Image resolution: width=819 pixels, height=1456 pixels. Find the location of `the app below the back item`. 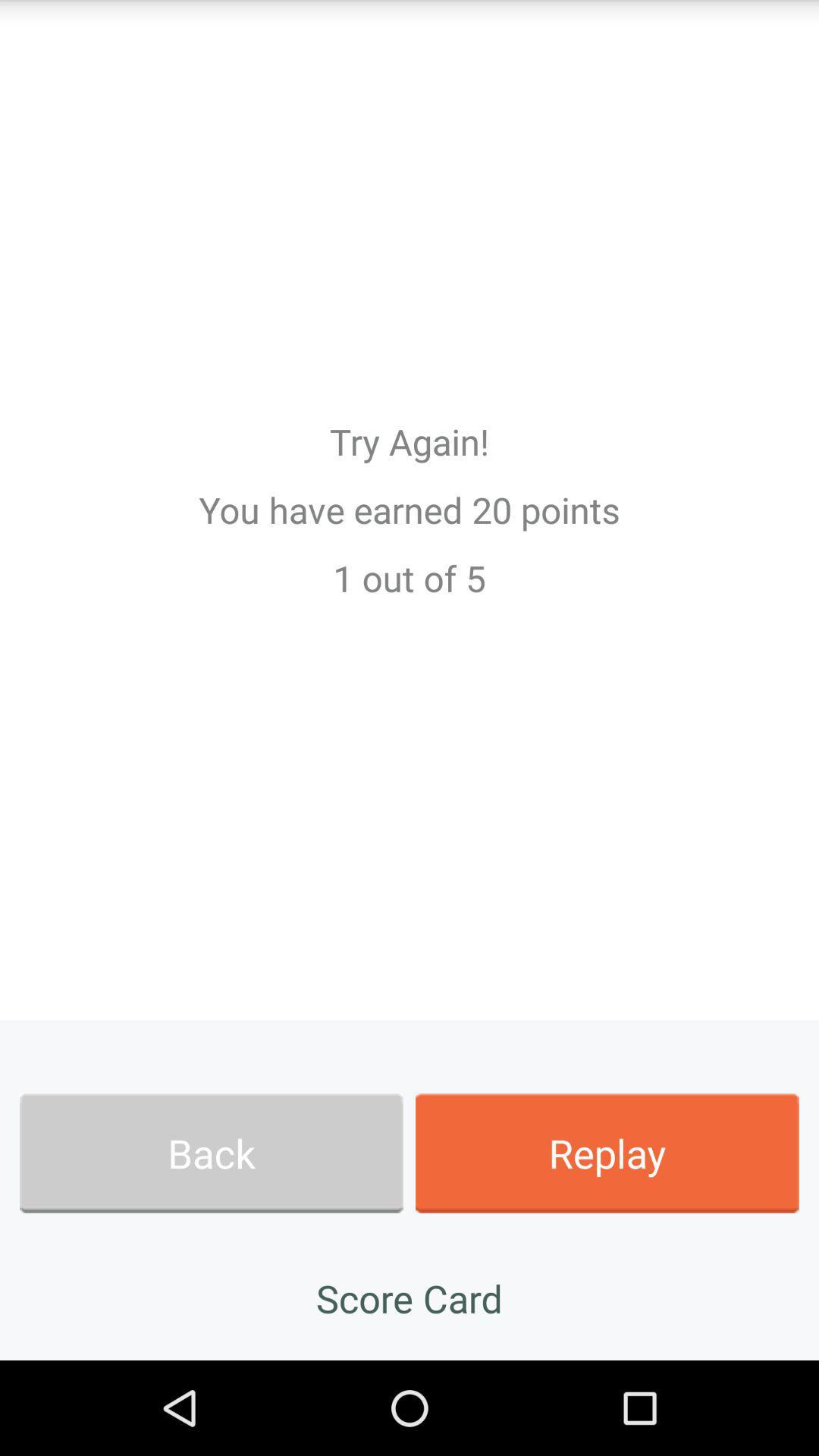

the app below the back item is located at coordinates (409, 1298).